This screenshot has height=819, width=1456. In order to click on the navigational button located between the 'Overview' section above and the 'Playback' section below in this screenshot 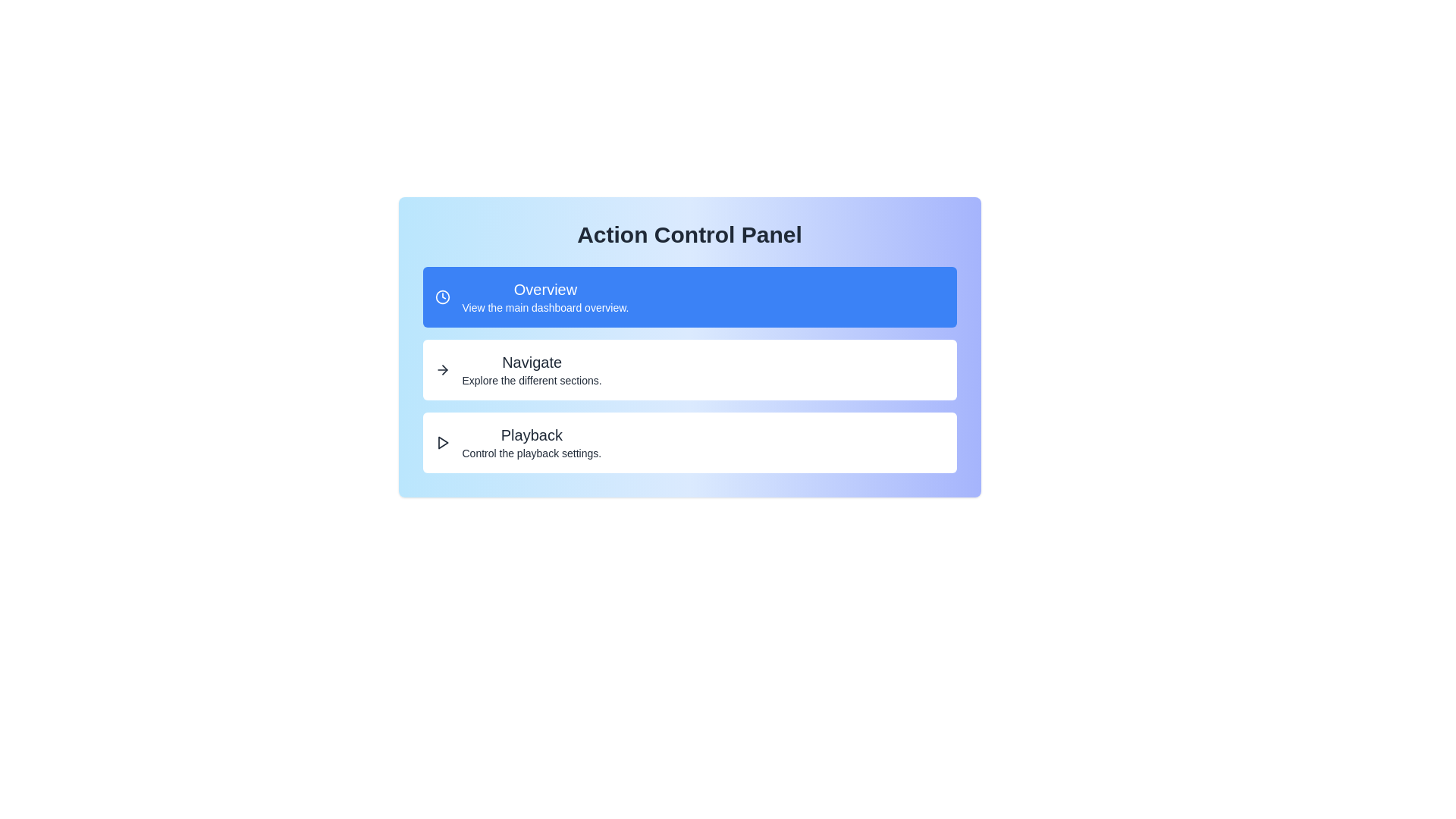, I will do `click(689, 370)`.